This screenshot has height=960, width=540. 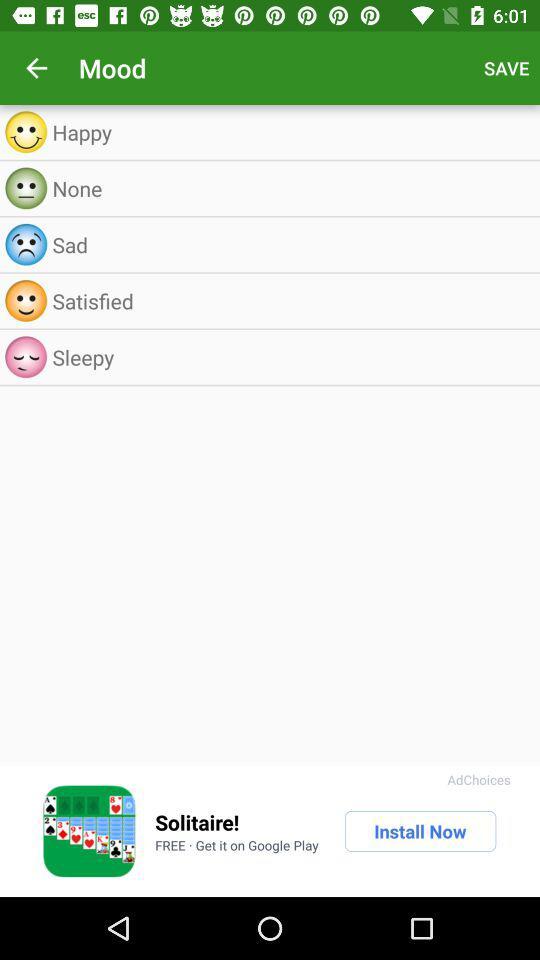 I want to click on the icon above free get it, so click(x=197, y=822).